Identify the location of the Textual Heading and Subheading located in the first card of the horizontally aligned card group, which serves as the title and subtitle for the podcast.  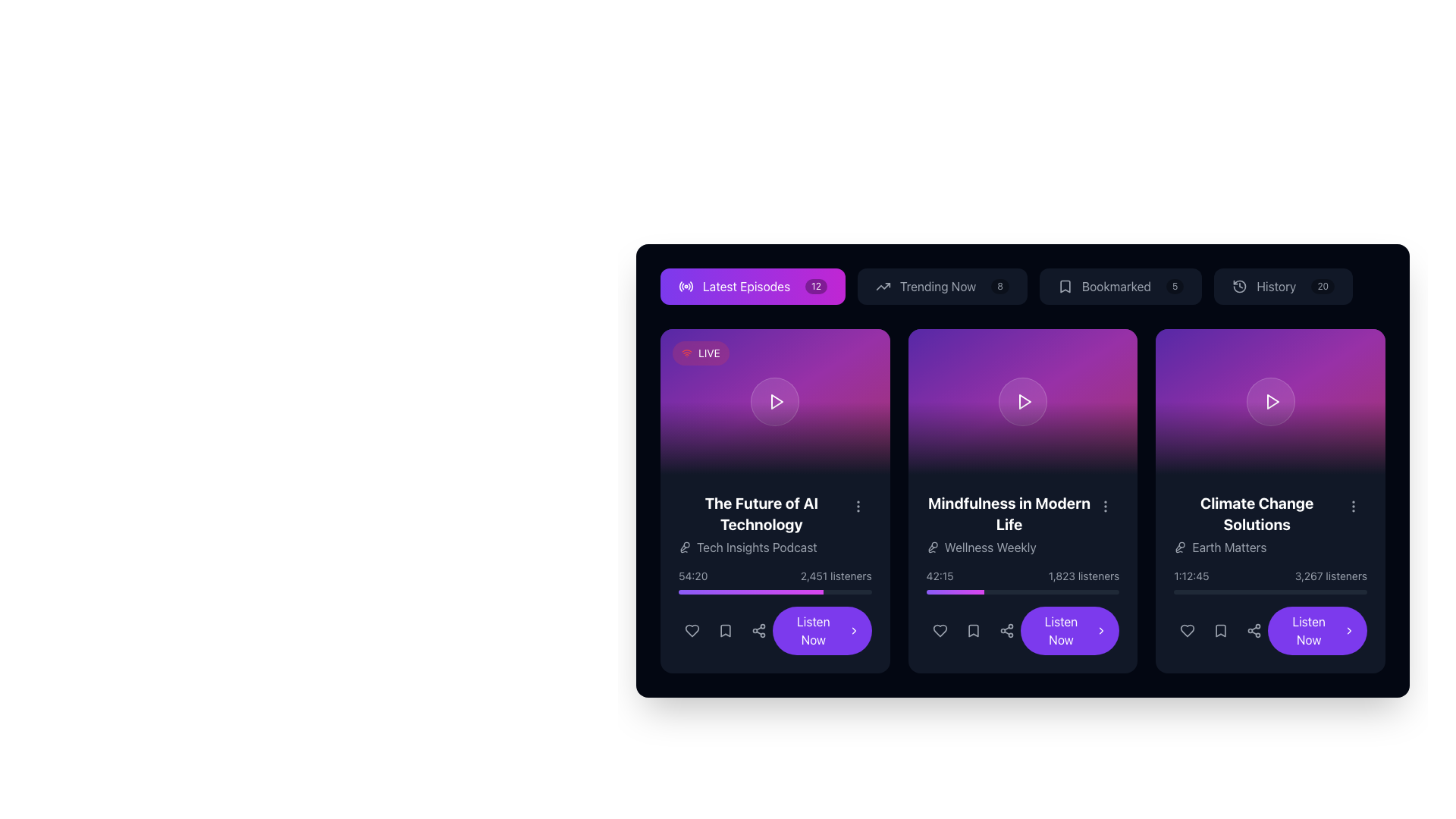
(761, 523).